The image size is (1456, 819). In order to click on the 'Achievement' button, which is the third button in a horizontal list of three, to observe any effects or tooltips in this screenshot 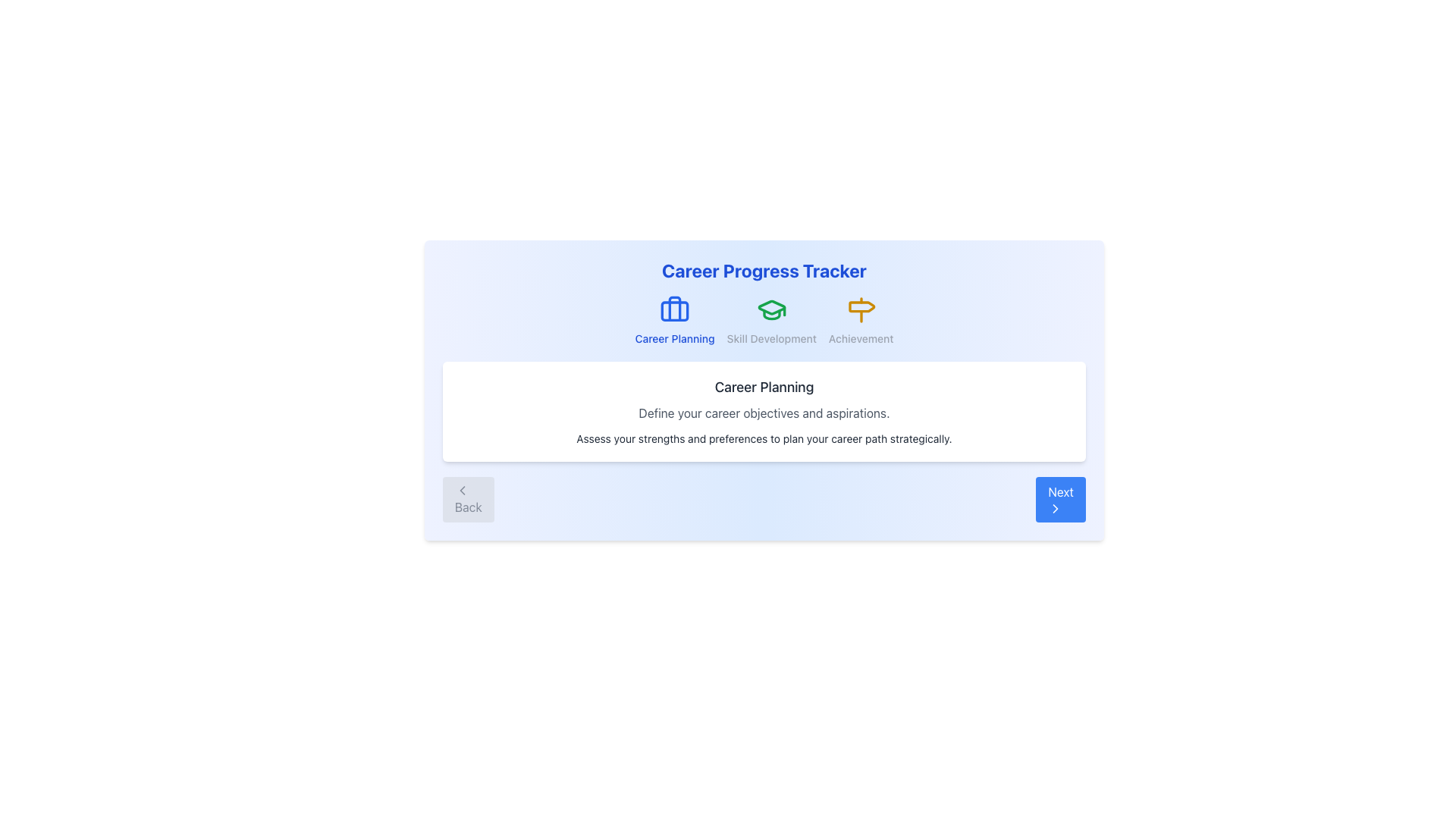, I will do `click(861, 320)`.